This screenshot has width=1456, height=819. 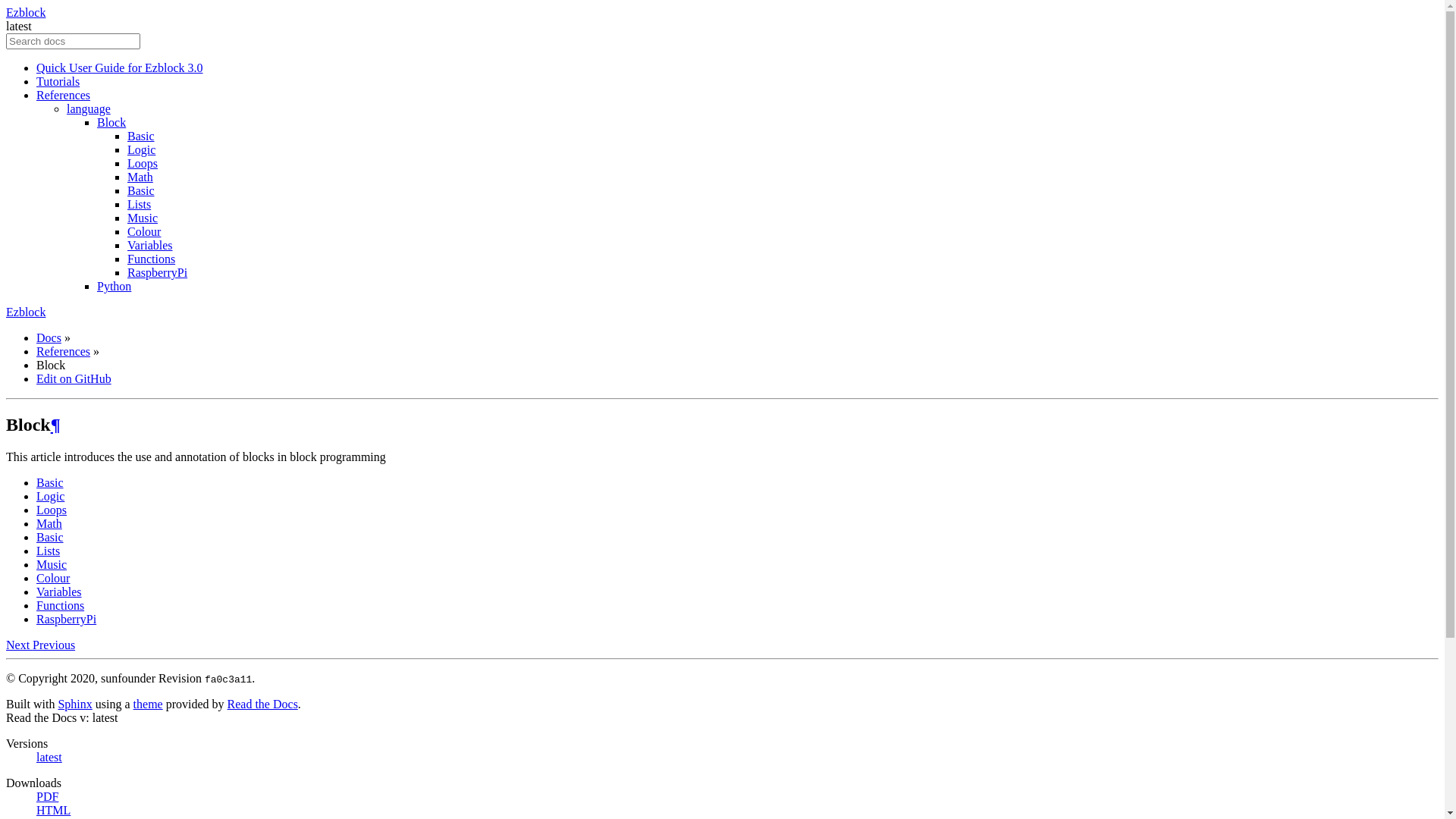 I want to click on 'Loops', so click(x=127, y=163).